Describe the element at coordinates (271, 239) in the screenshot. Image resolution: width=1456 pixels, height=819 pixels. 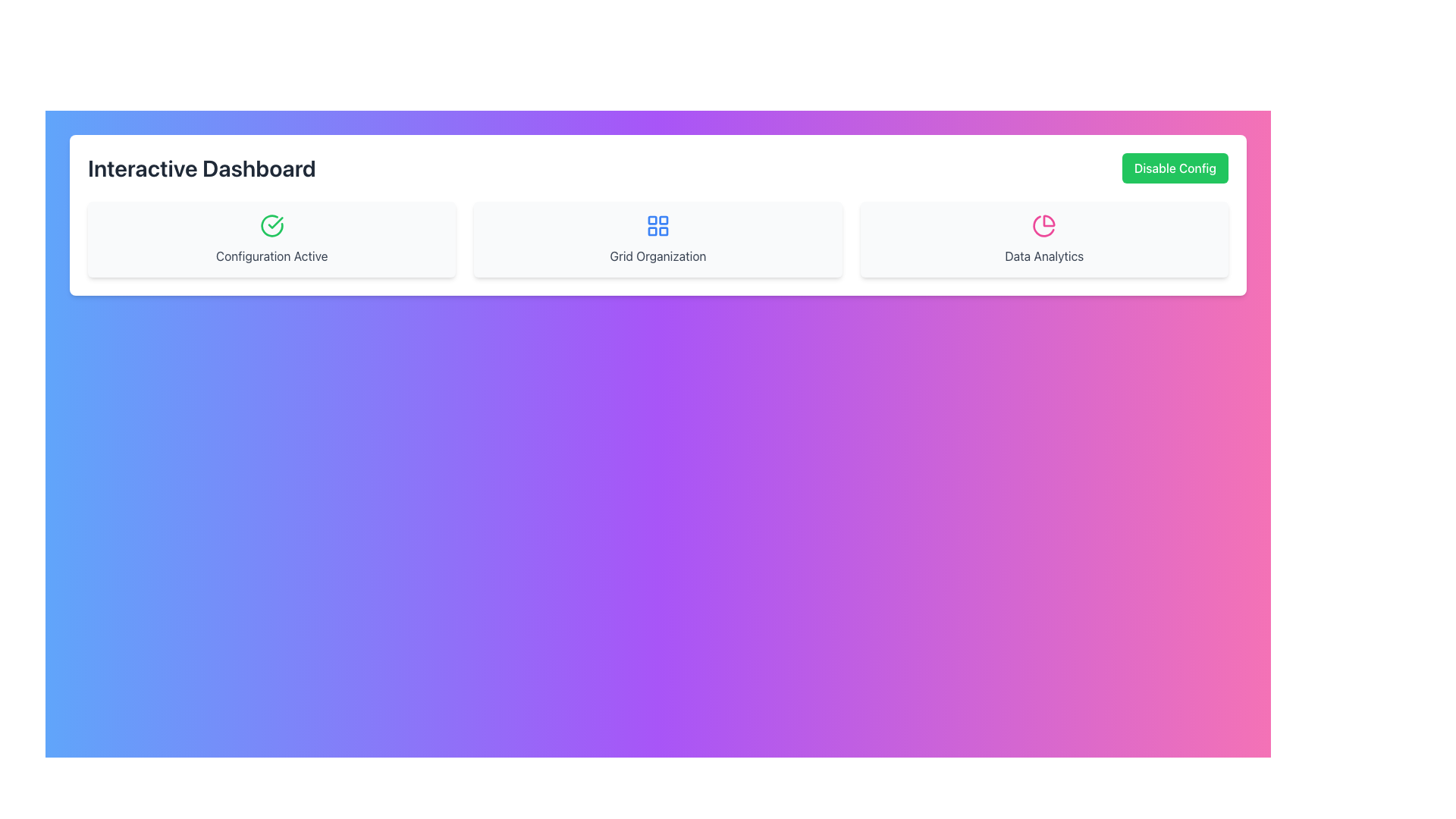
I see `the details of the 'Configuration Active' status card located at the top left of the dashboard grid layout` at that location.